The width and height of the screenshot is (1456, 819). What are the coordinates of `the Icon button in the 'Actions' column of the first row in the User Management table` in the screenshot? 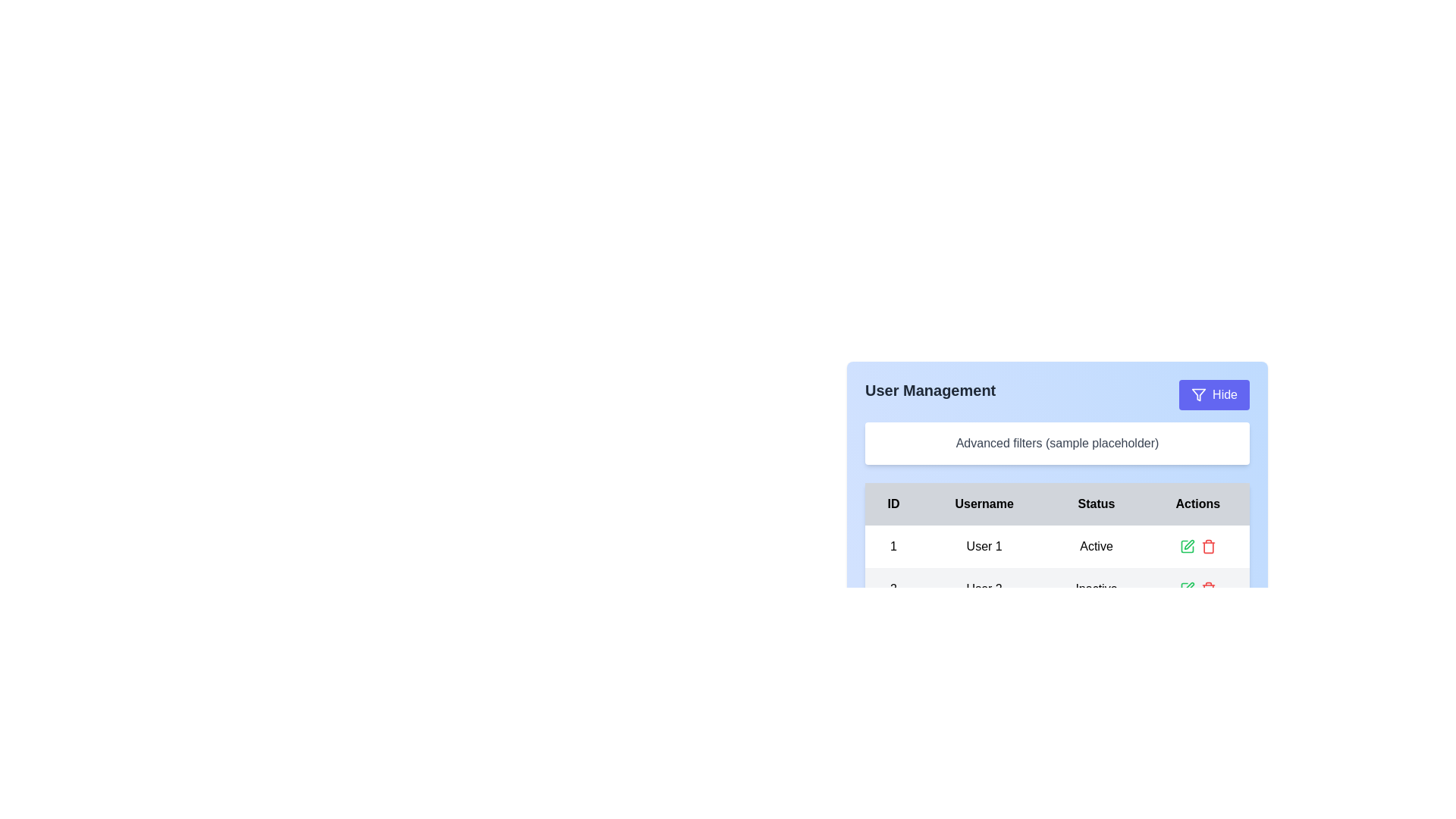 It's located at (1186, 547).